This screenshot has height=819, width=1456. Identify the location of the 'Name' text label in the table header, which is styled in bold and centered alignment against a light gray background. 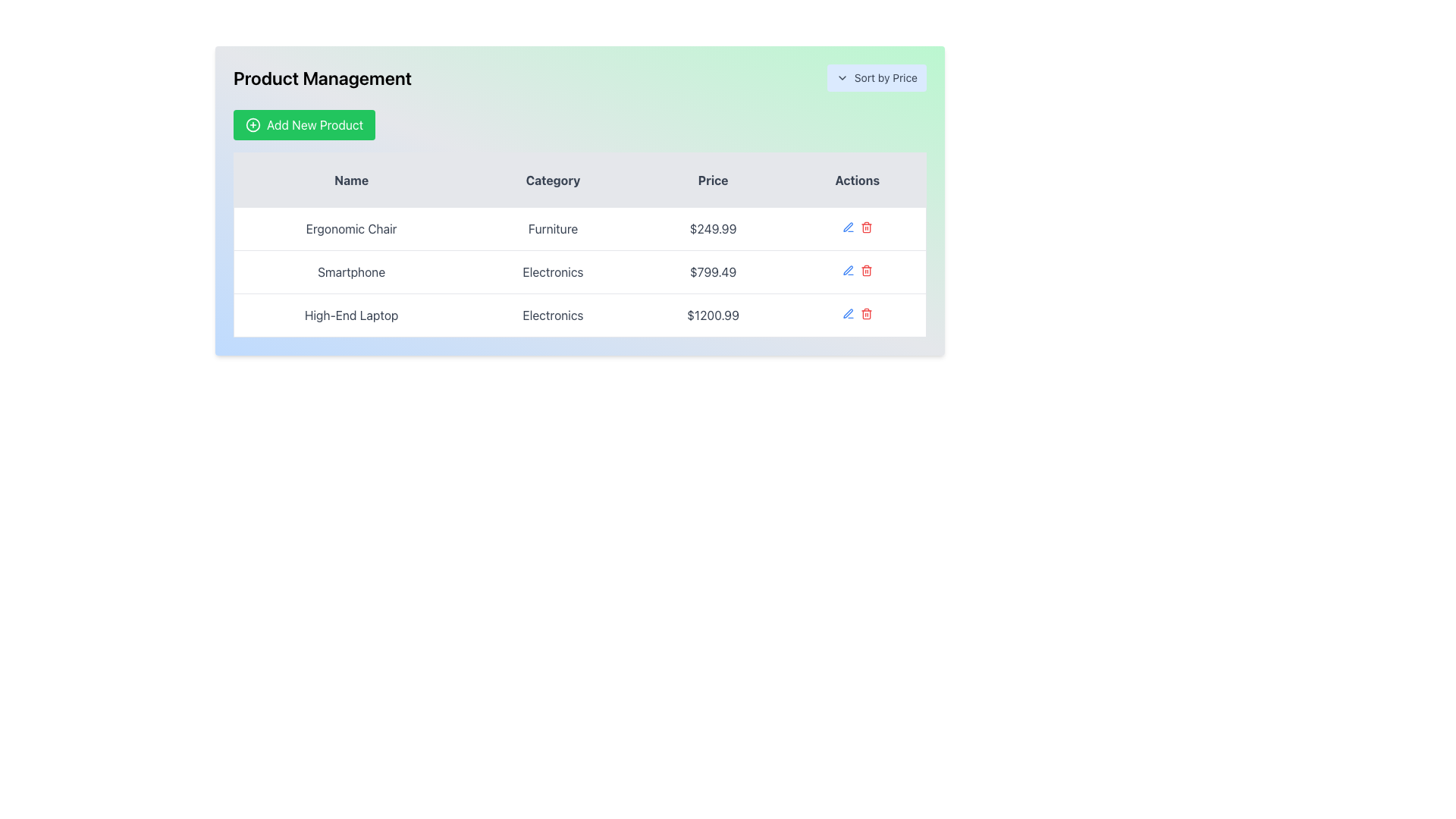
(350, 179).